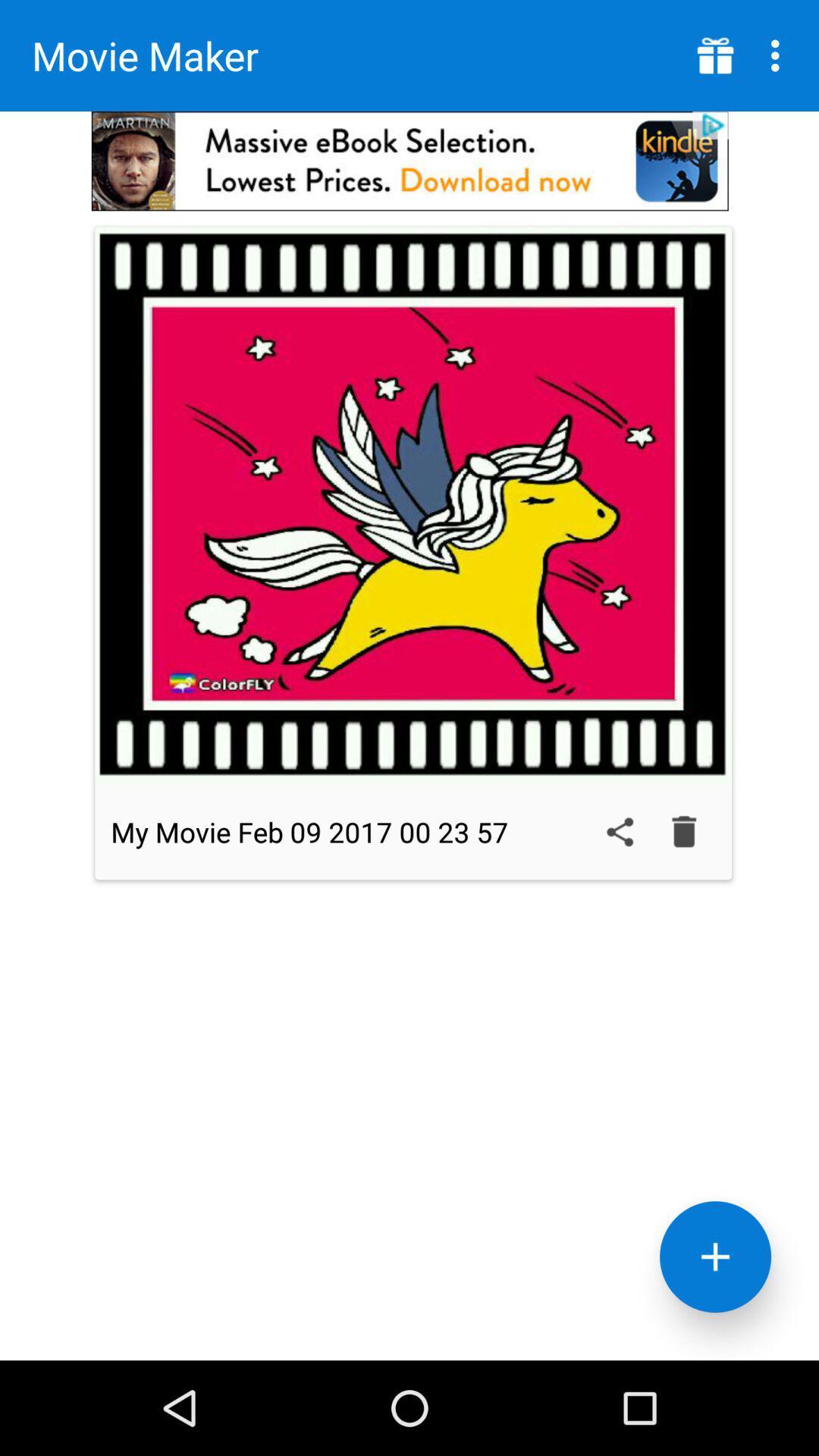 The width and height of the screenshot is (819, 1456). Describe the element at coordinates (715, 55) in the screenshot. I see `gift` at that location.